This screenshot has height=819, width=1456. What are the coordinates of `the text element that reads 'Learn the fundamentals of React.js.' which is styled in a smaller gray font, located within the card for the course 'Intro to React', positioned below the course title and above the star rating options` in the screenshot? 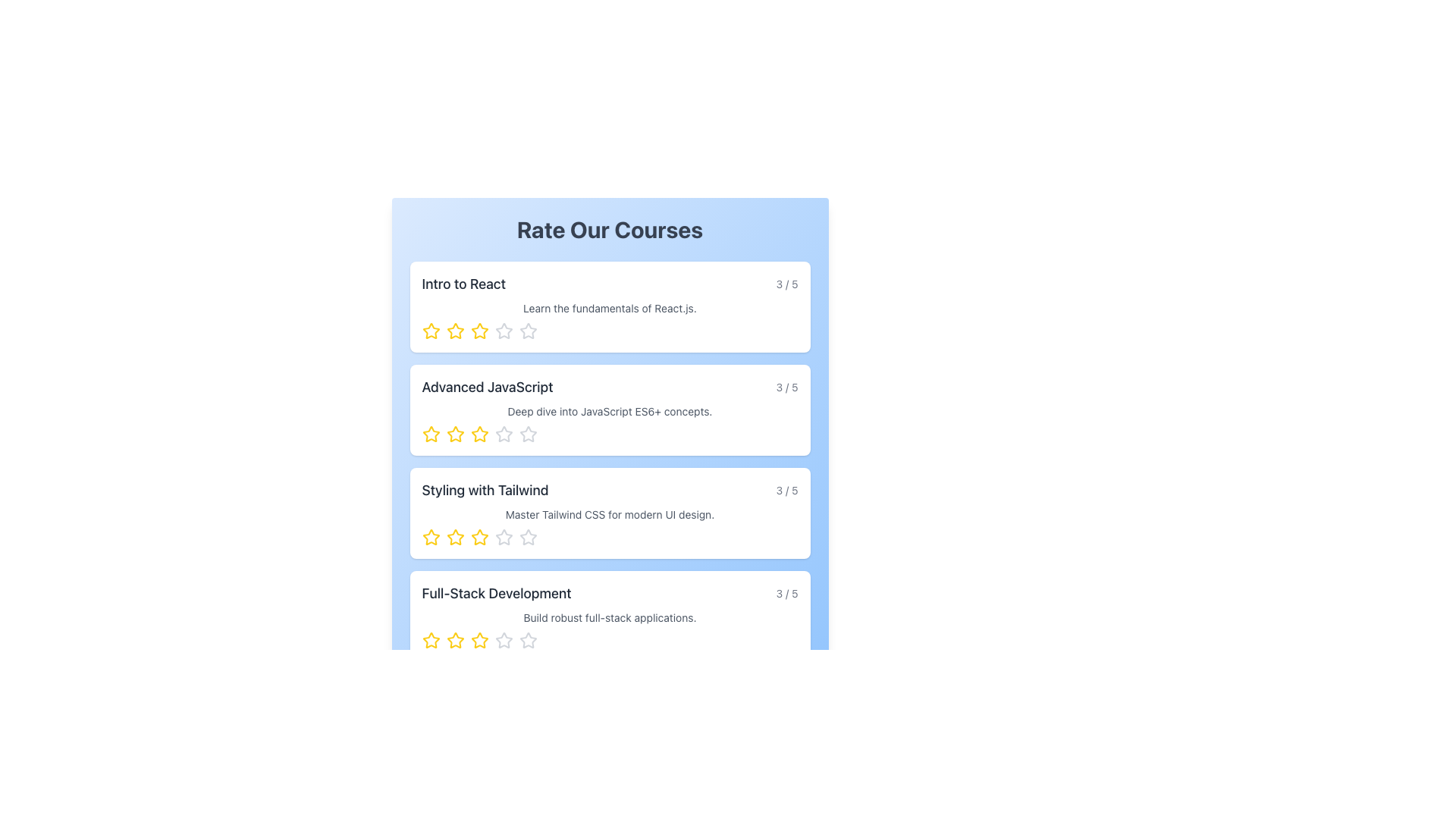 It's located at (610, 308).